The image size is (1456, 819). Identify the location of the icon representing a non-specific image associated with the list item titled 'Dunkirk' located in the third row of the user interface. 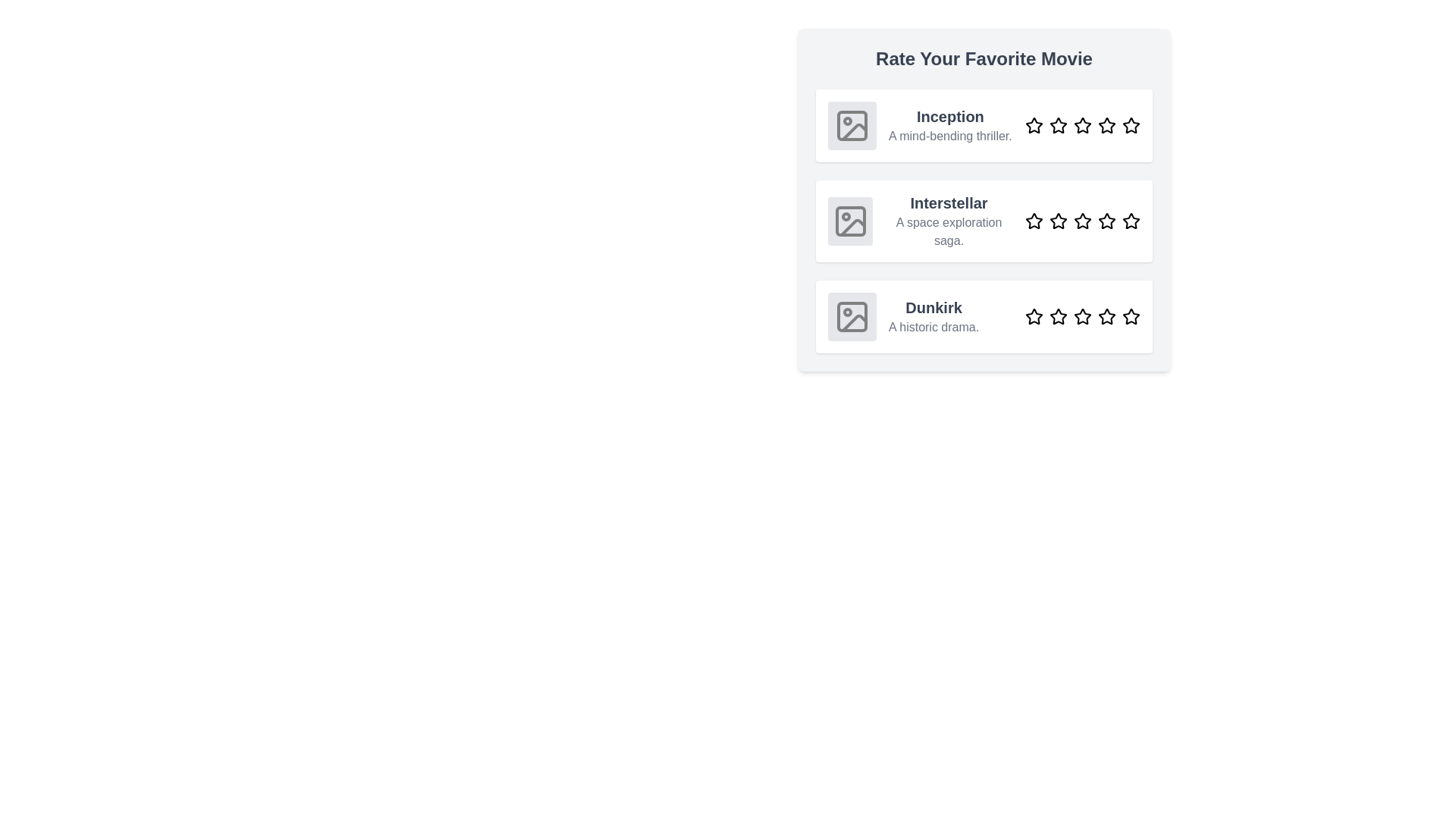
(852, 315).